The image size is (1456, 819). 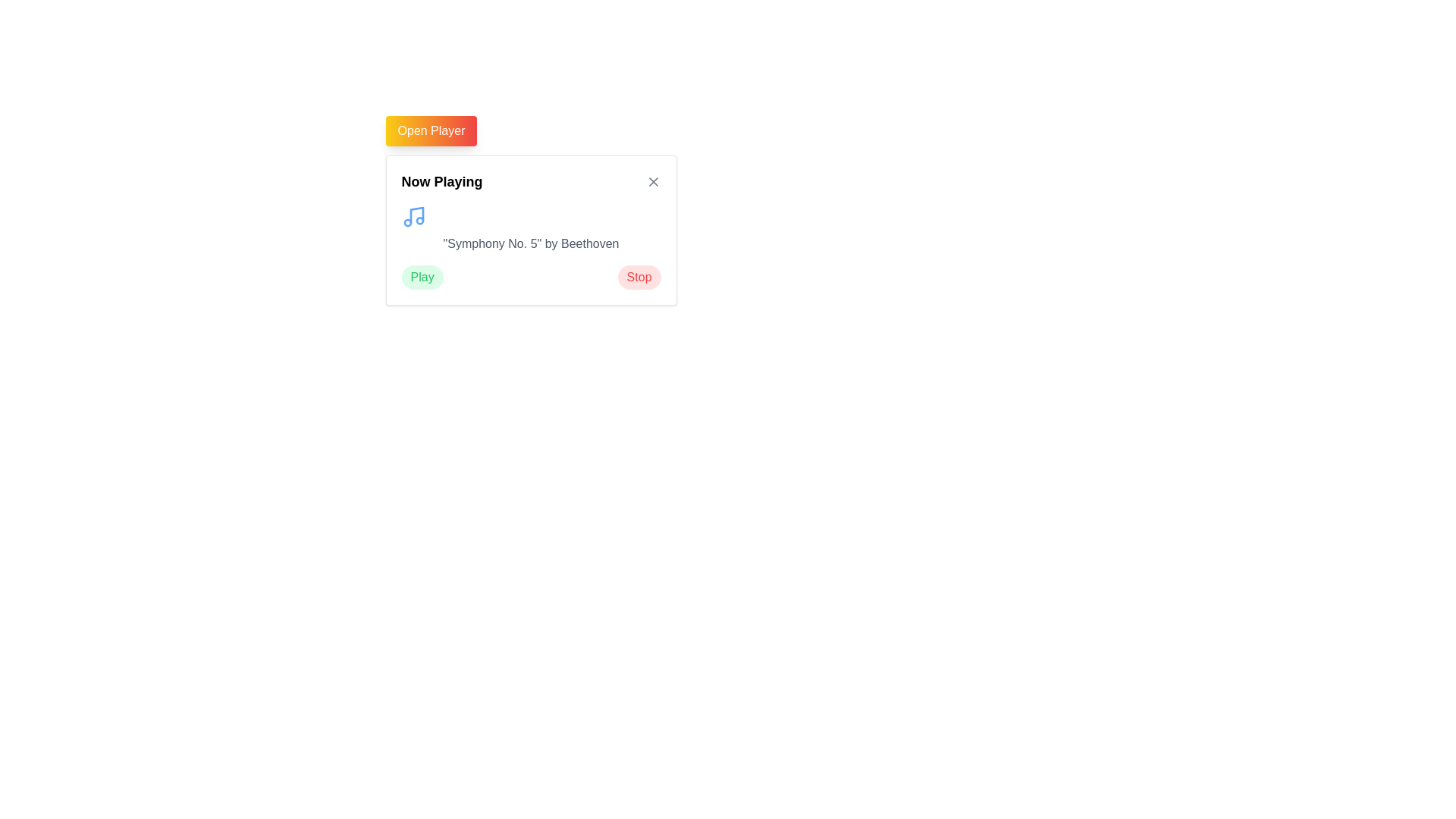 What do you see at coordinates (653, 180) in the screenshot?
I see `the close button with an 'X' symbol located in the top-right corner of the 'Now Playing' section` at bounding box center [653, 180].